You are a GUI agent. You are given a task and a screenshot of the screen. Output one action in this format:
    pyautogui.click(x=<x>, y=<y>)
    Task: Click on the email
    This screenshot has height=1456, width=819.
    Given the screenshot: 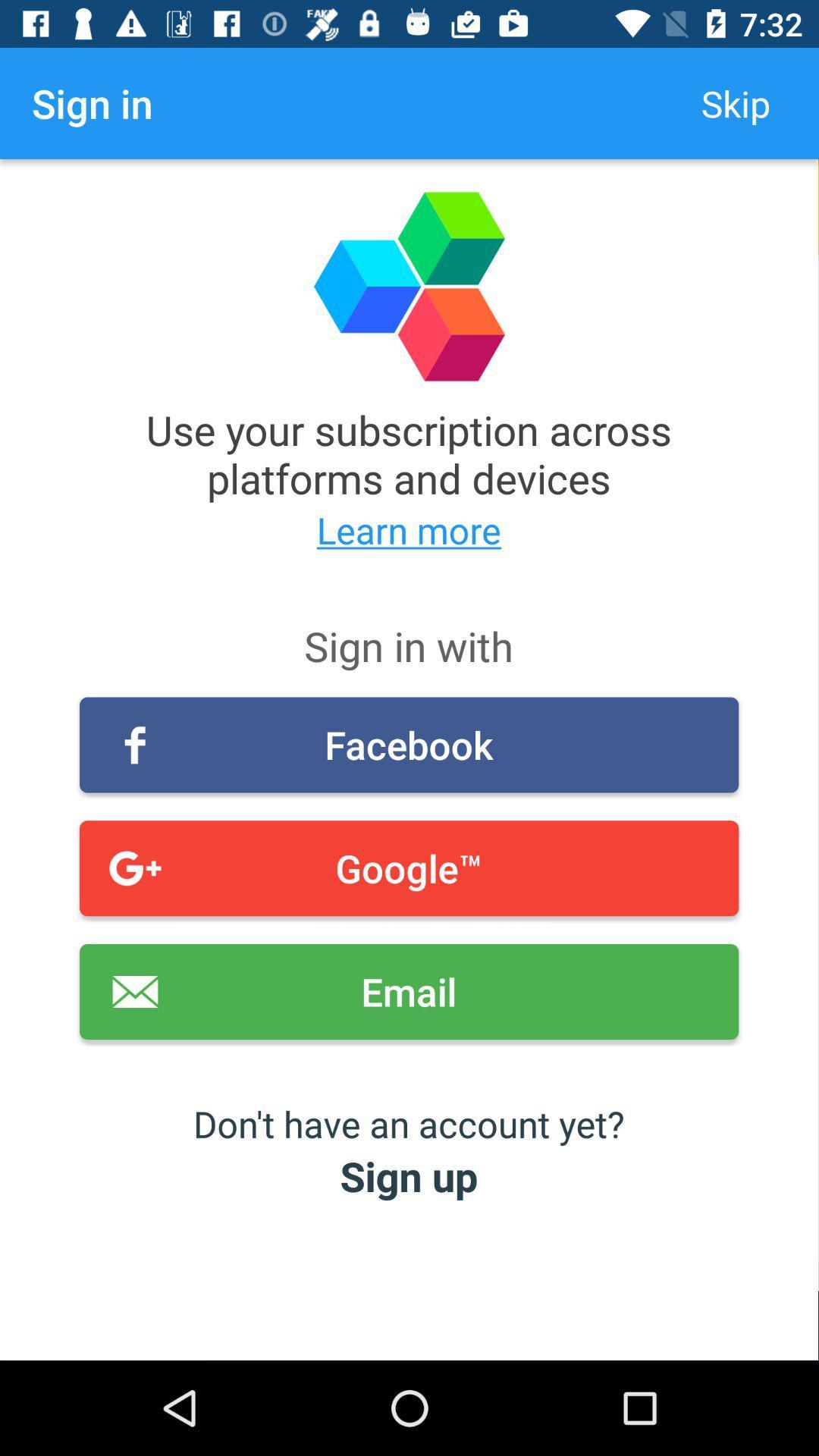 What is the action you would take?
    pyautogui.click(x=408, y=992)
    